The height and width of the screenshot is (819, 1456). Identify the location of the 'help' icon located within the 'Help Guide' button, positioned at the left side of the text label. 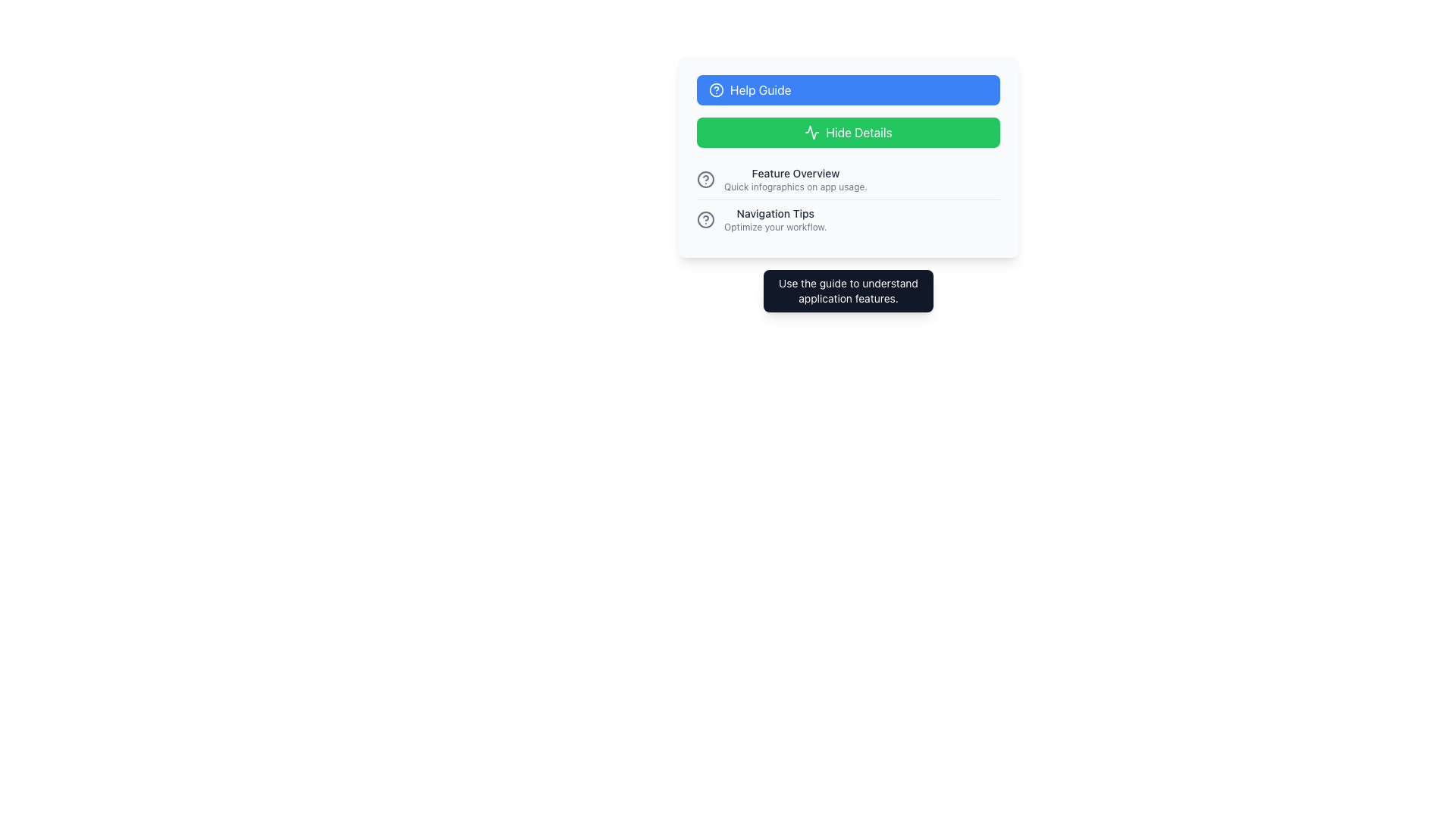
(716, 90).